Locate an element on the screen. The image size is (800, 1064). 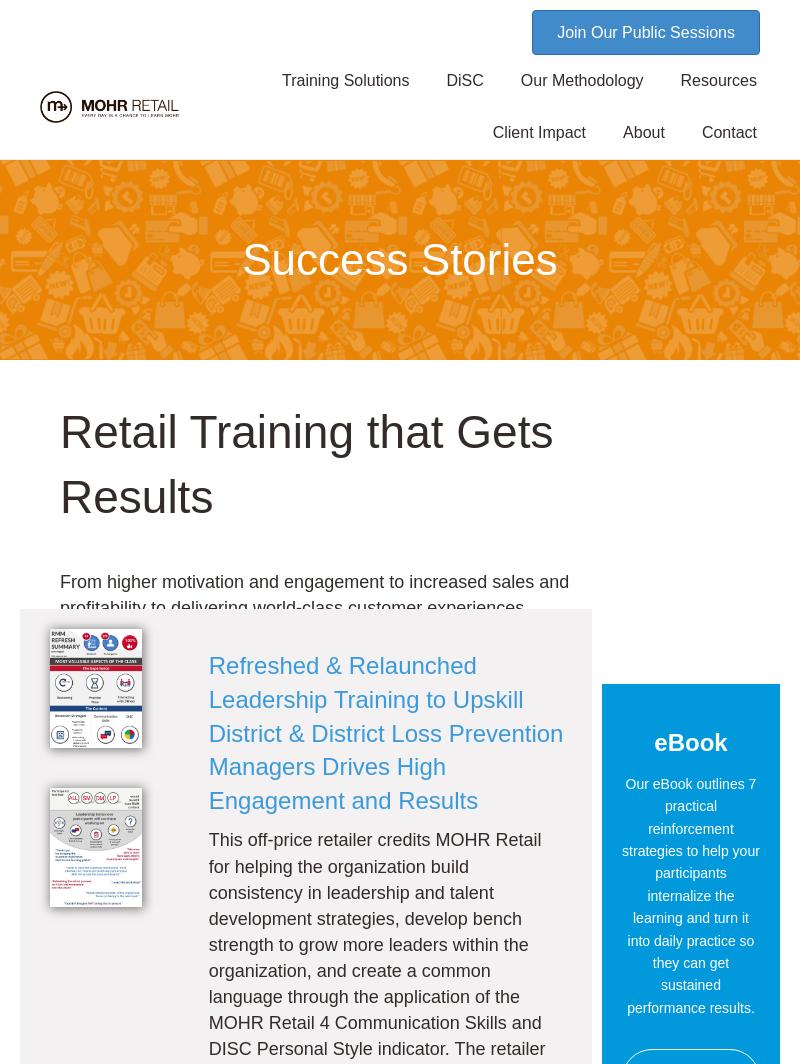
'Our eBook outlines 7 practical reinforcement strategies to help your participants internalize the learning and turn it into daily practice so they can get sustained performance results.' is located at coordinates (690, 895).